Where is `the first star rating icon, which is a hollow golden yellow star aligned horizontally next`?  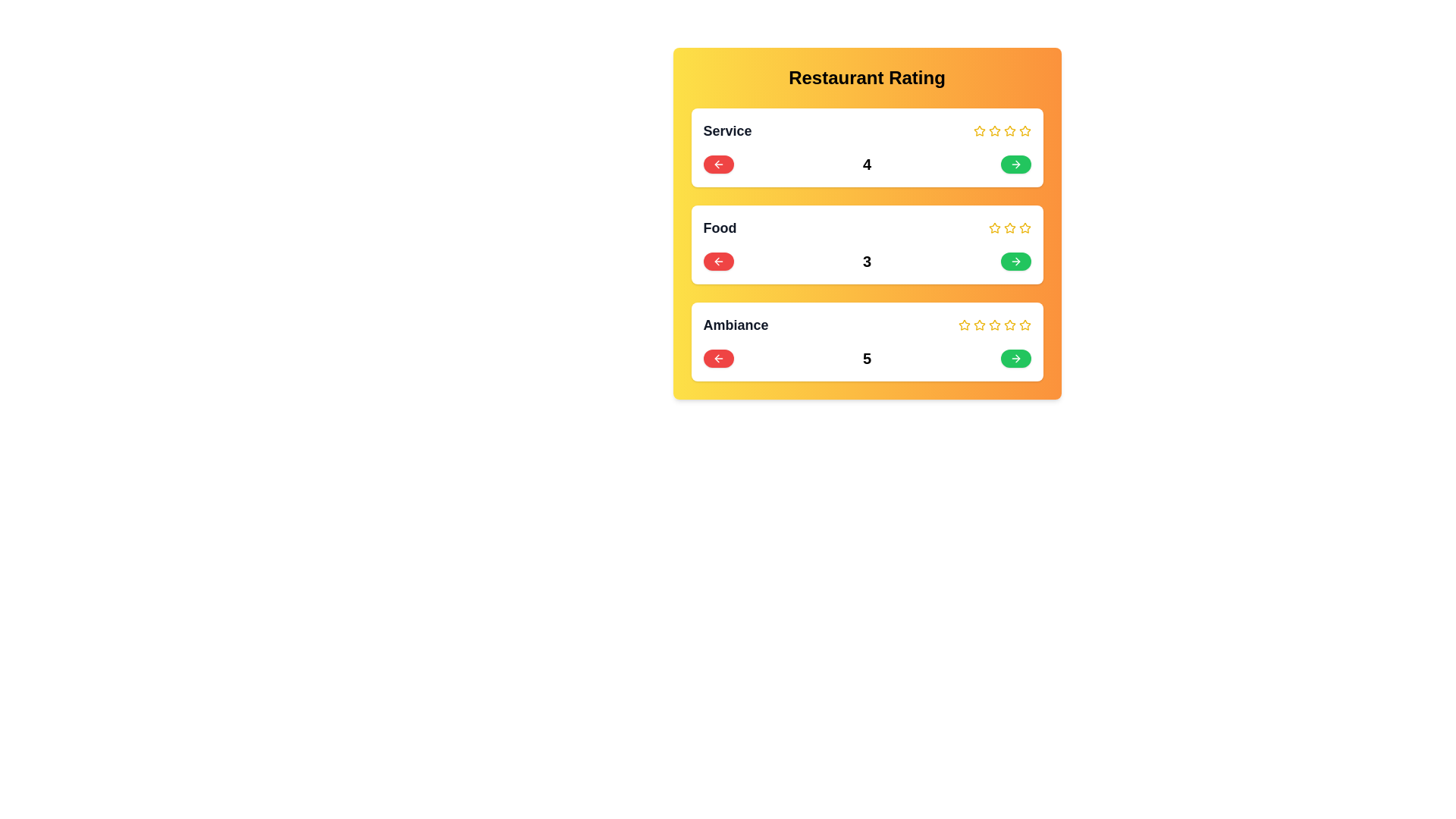
the first star rating icon, which is a hollow golden yellow star aligned horizontally next is located at coordinates (994, 227).